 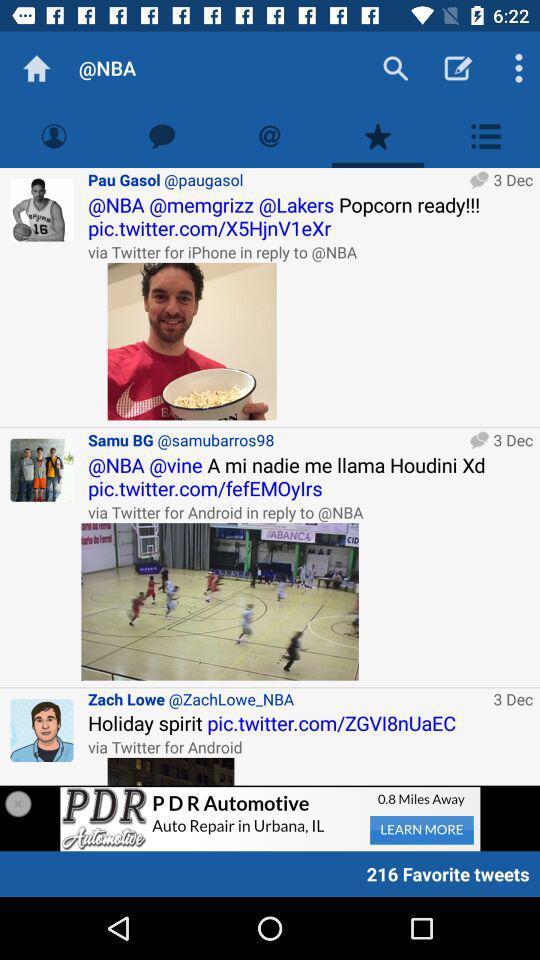 What do you see at coordinates (161, 135) in the screenshot?
I see `messages` at bounding box center [161, 135].